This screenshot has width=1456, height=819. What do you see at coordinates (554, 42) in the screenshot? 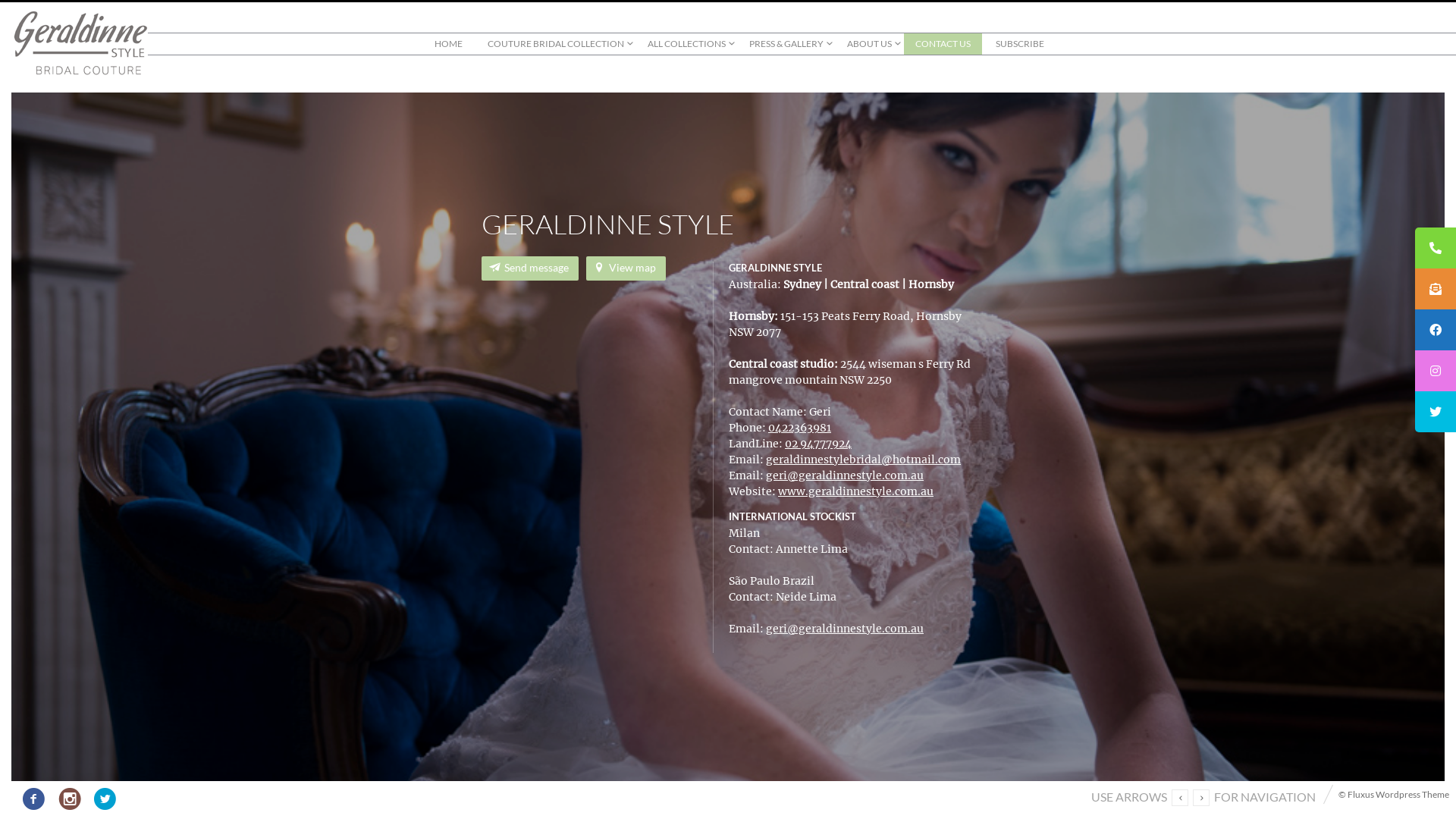
I see `'COUTURE BRIDAL COLLECTION'` at bounding box center [554, 42].